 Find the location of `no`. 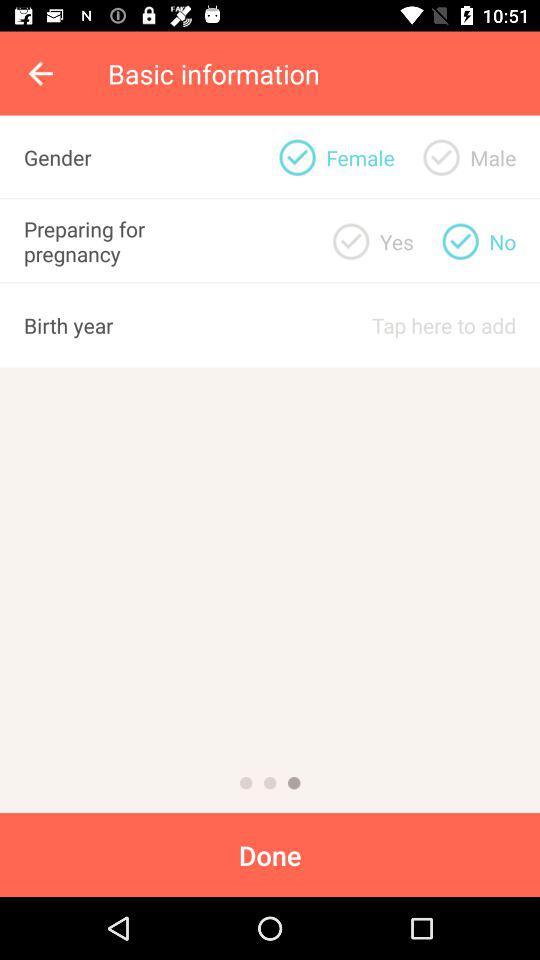

no is located at coordinates (460, 240).